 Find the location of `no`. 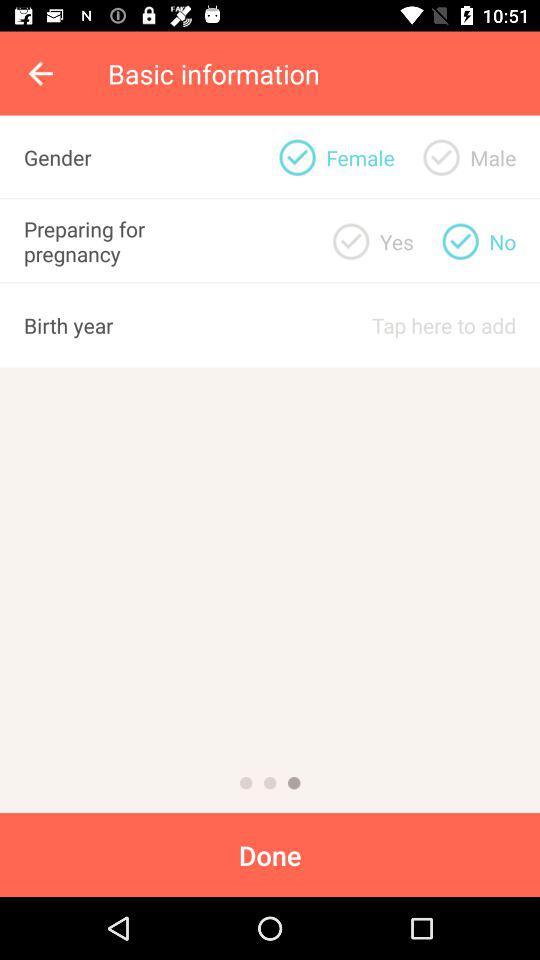

no is located at coordinates (460, 240).